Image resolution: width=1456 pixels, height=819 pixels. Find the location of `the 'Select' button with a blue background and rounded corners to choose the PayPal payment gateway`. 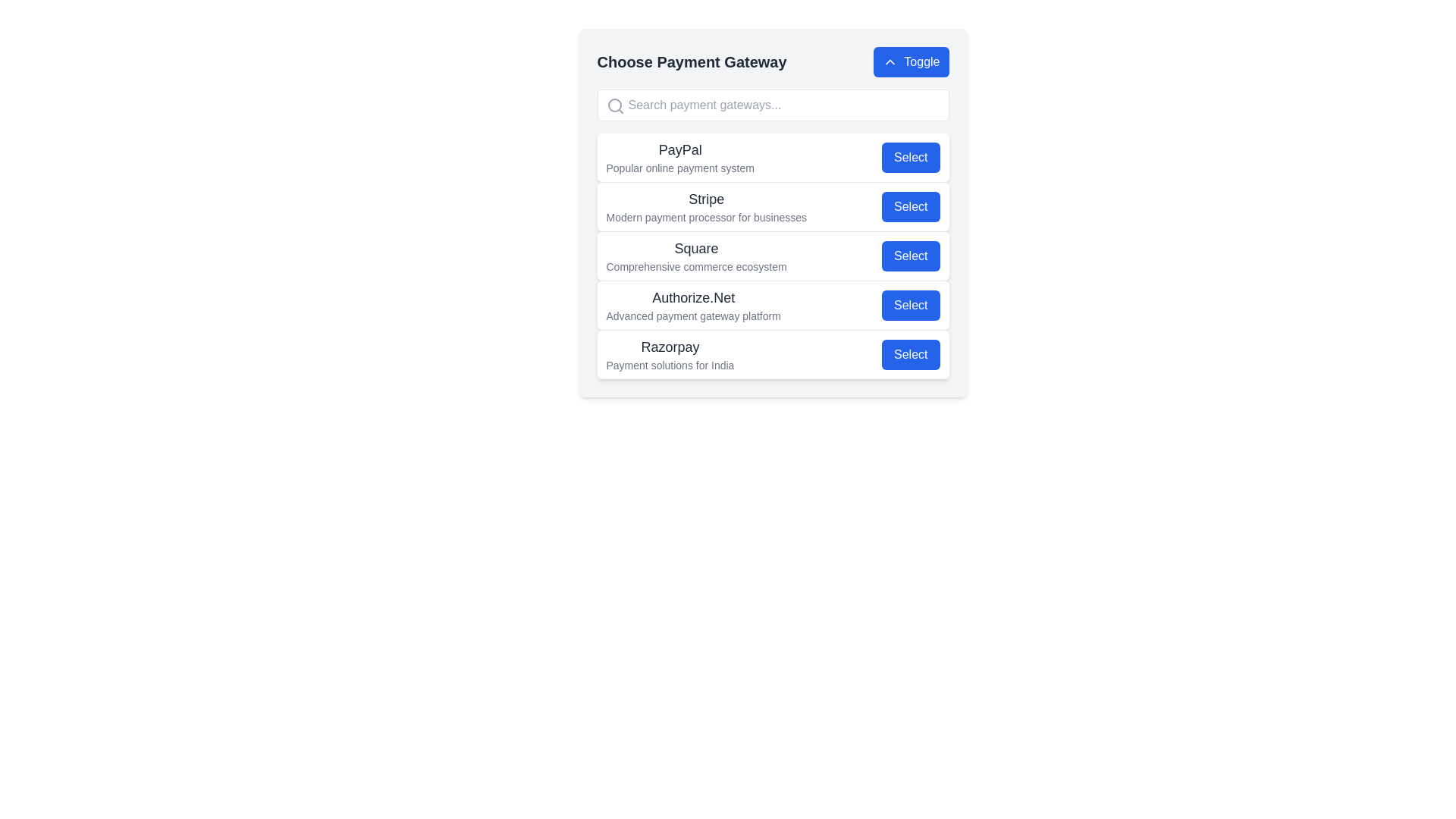

the 'Select' button with a blue background and rounded corners to choose the PayPal payment gateway is located at coordinates (910, 158).